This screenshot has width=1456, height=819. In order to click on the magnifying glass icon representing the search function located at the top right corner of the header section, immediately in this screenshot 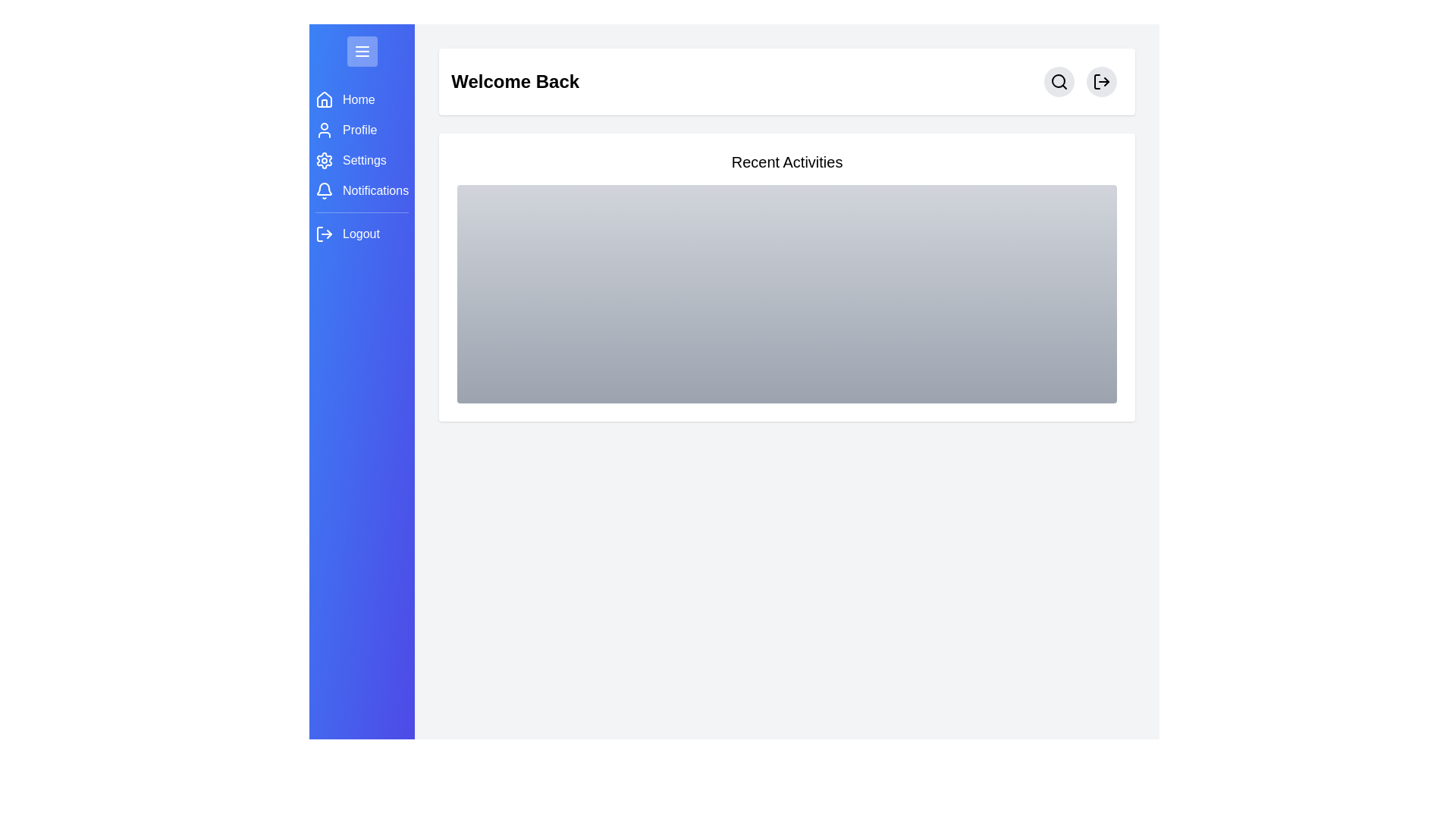, I will do `click(1058, 82)`.